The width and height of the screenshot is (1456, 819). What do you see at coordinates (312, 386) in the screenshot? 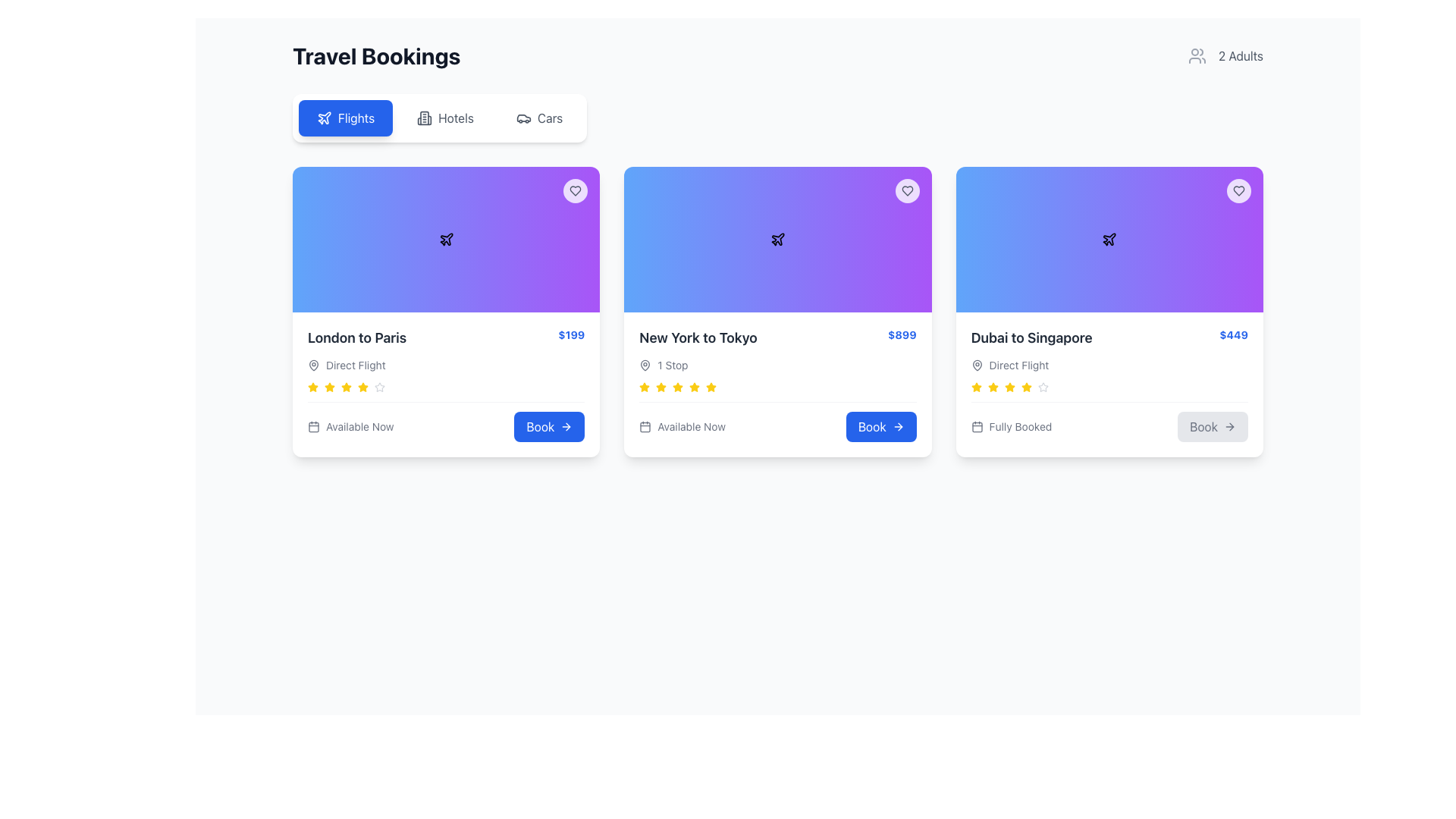
I see `the active star icon representing the rating value in the flight card for the trip from London to Paris, located underneath 'Direct Flight'` at bounding box center [312, 386].